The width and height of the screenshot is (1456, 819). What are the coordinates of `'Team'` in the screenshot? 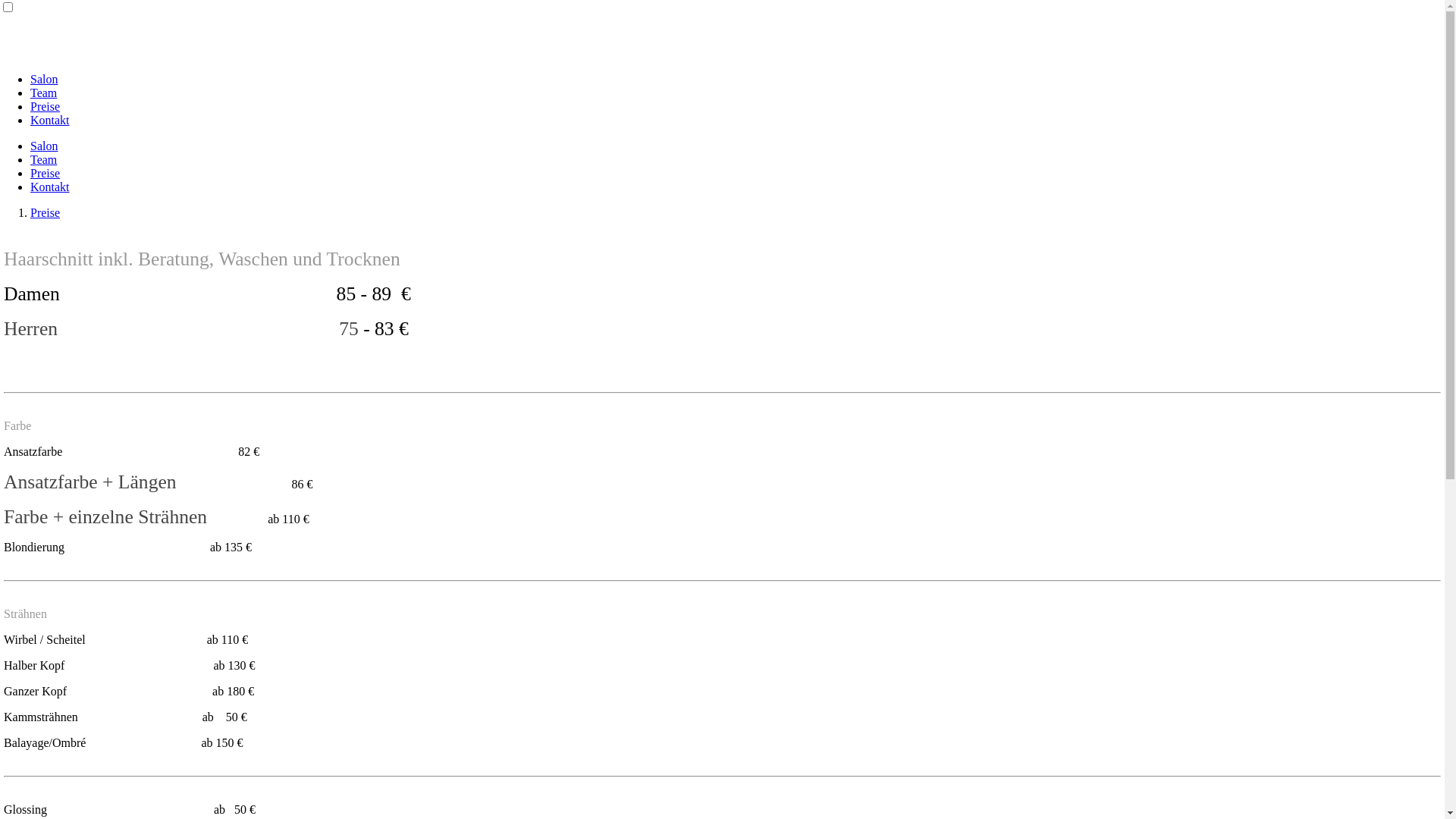 It's located at (43, 159).